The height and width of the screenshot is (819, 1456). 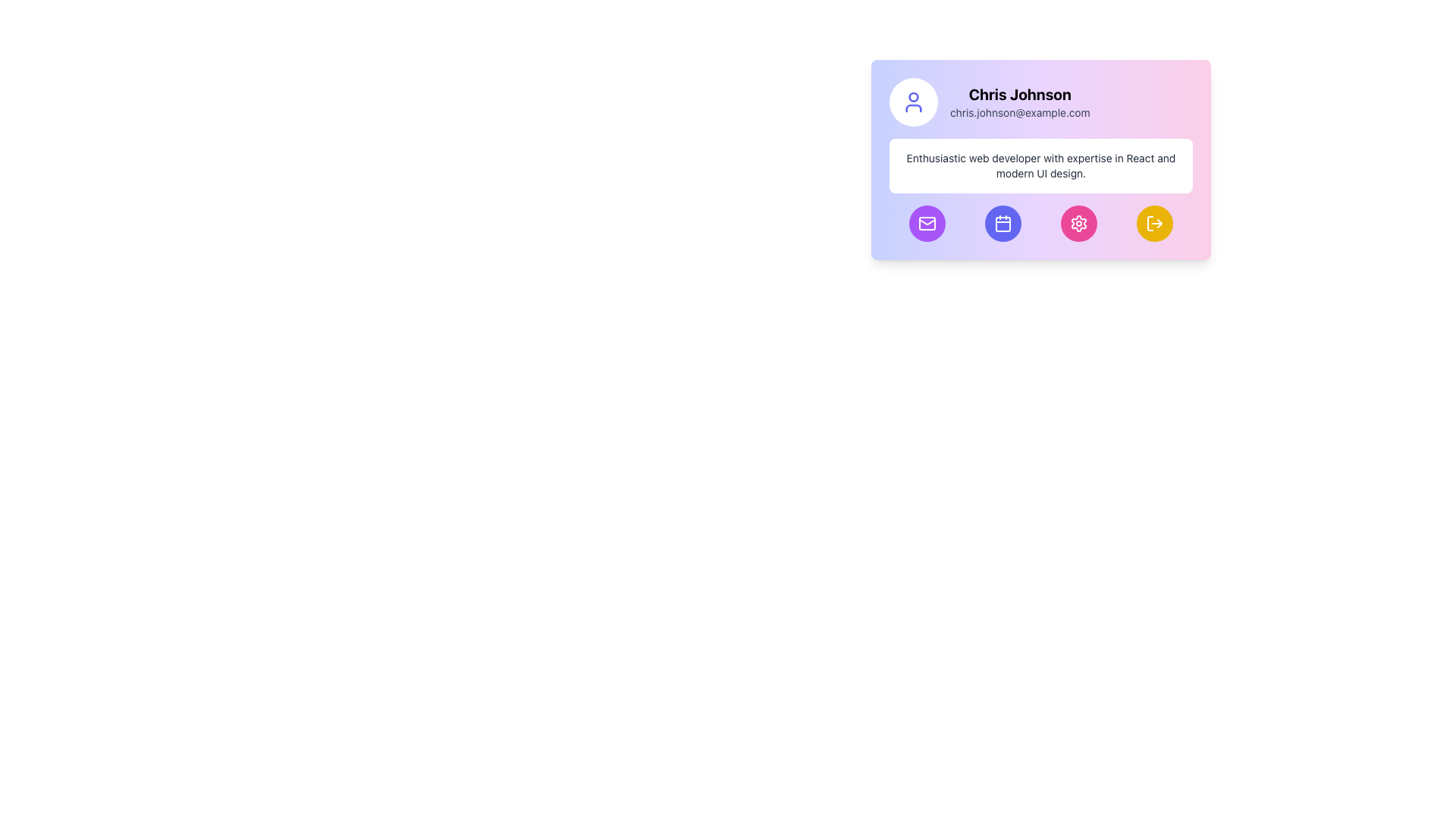 What do you see at coordinates (1020, 102) in the screenshot?
I see `the Text Block displaying 'Chris Johnson' and 'chris.johnson@example.com'` at bounding box center [1020, 102].